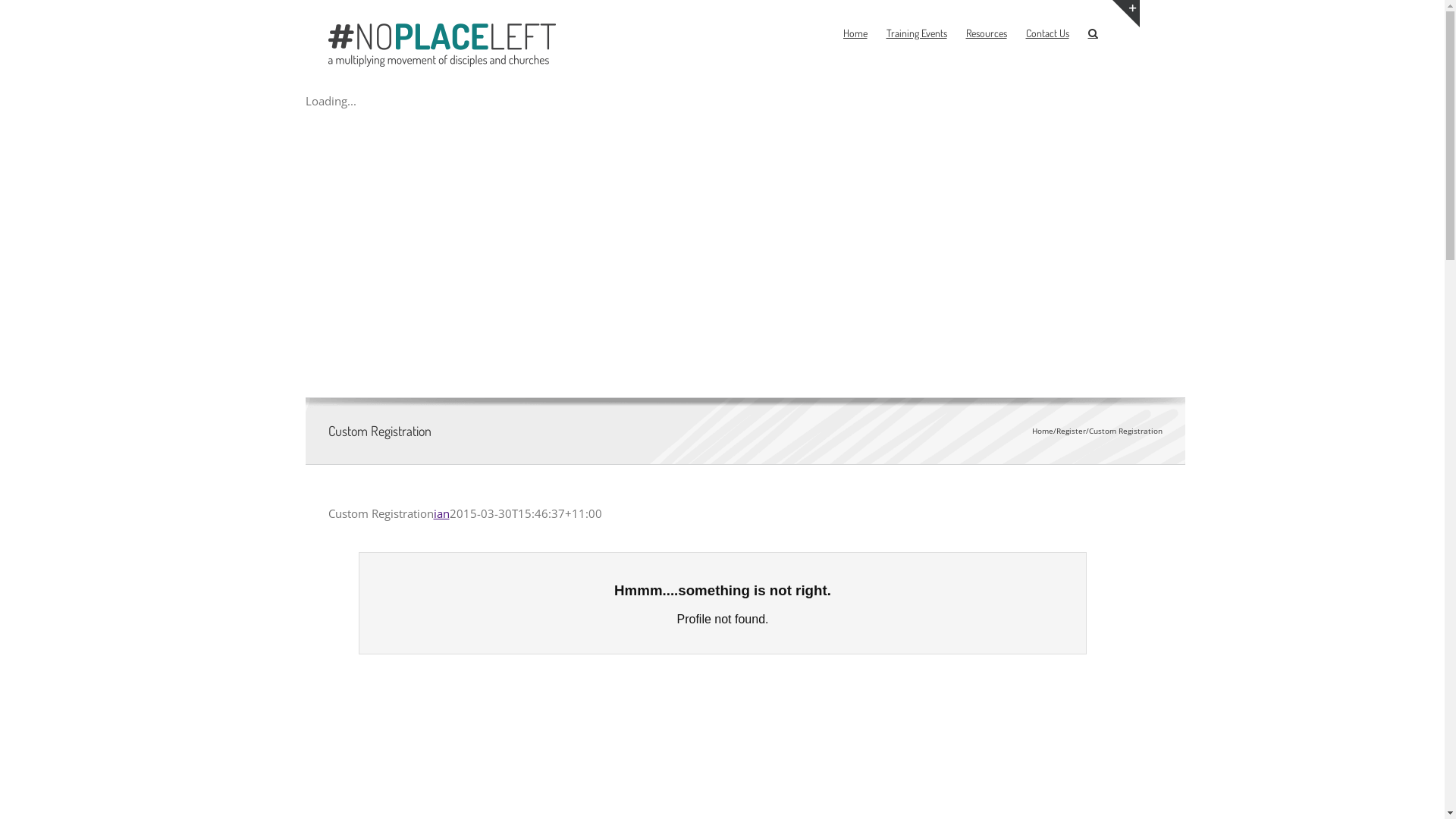 Image resolution: width=1456 pixels, height=819 pixels. I want to click on 'Training Events', so click(915, 32).